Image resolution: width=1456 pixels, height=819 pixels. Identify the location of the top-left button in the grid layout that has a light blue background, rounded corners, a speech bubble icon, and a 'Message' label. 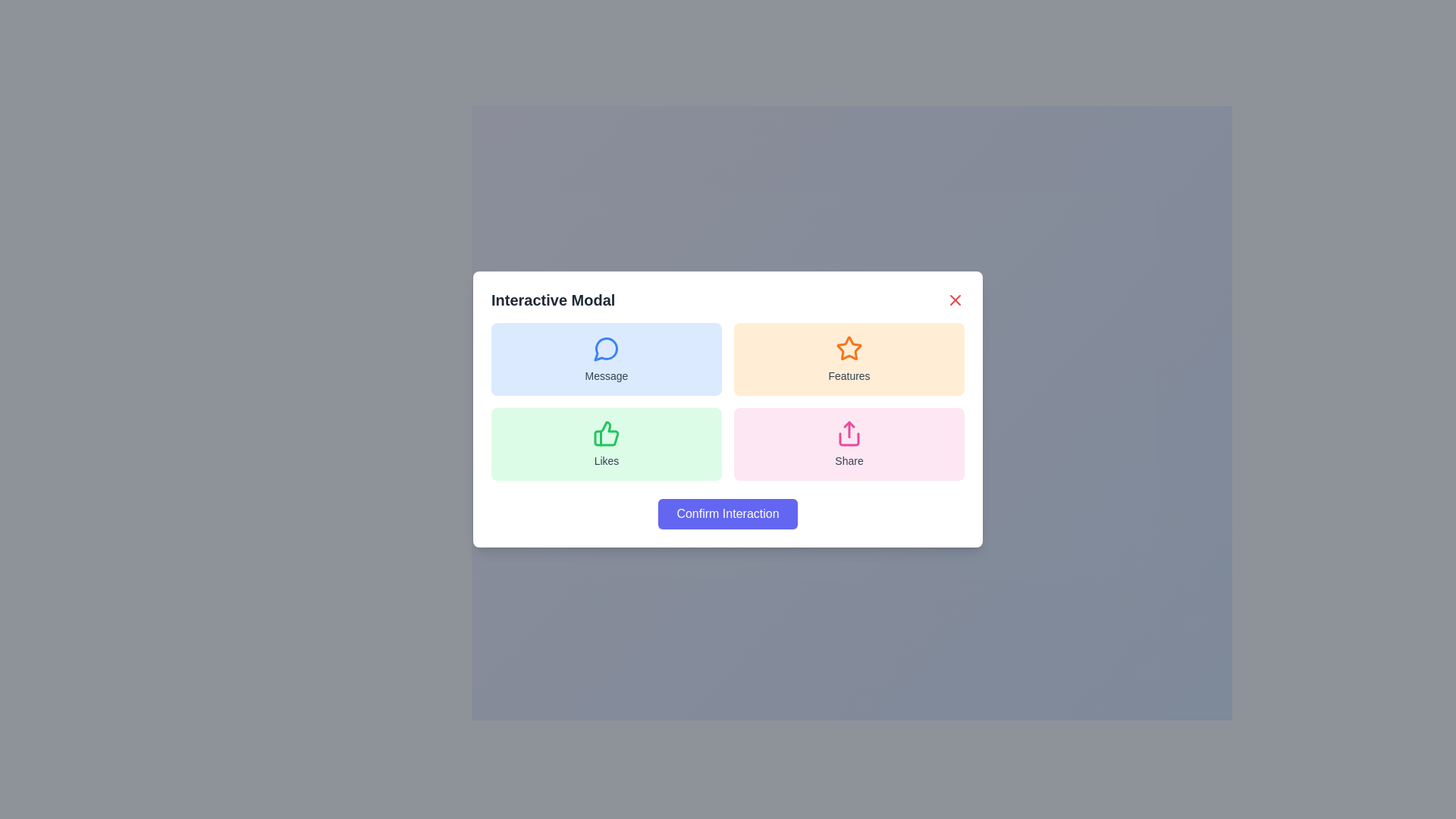
(607, 359).